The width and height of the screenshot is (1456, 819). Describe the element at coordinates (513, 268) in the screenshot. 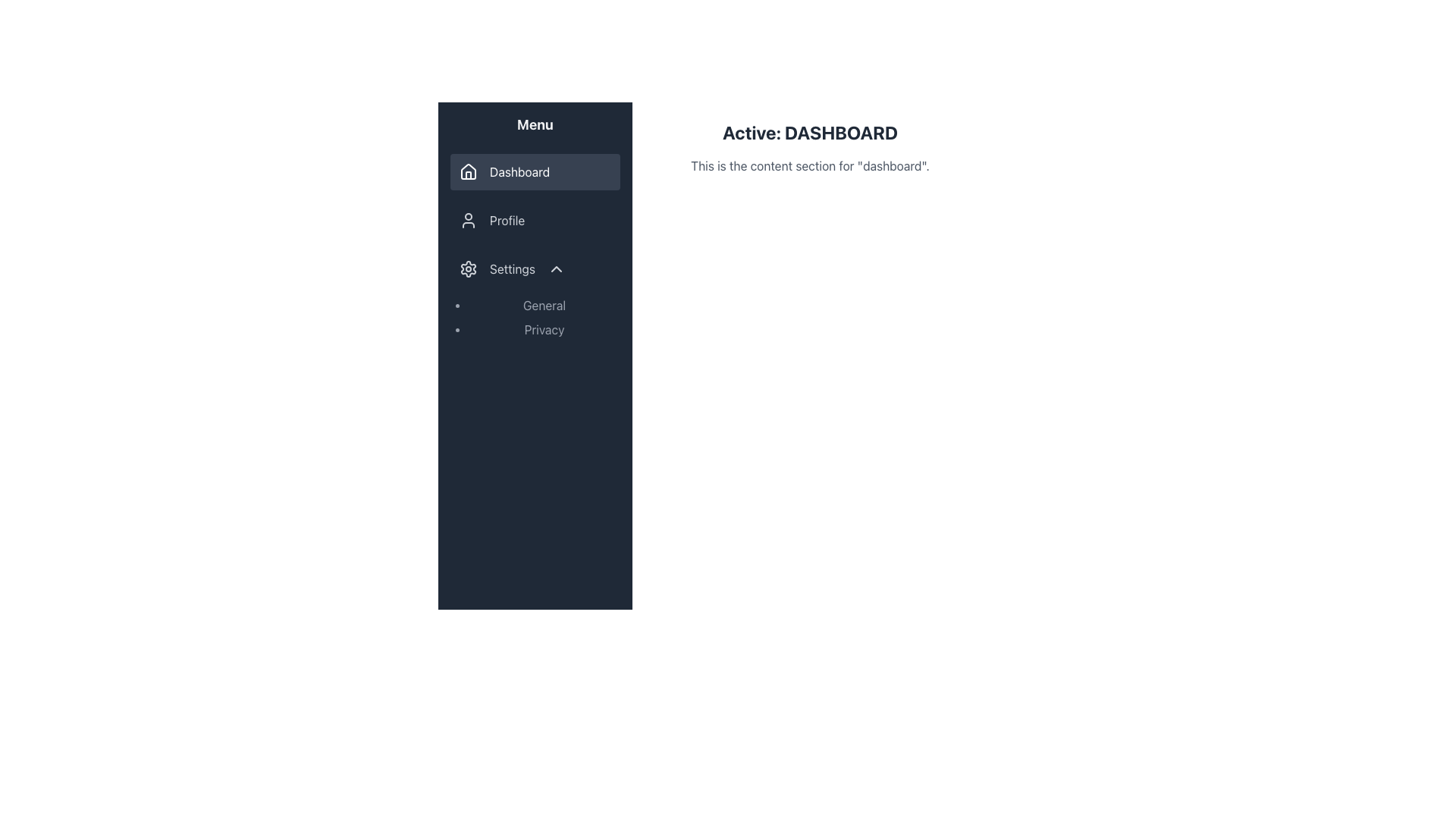

I see `the 'Settings' text label` at that location.